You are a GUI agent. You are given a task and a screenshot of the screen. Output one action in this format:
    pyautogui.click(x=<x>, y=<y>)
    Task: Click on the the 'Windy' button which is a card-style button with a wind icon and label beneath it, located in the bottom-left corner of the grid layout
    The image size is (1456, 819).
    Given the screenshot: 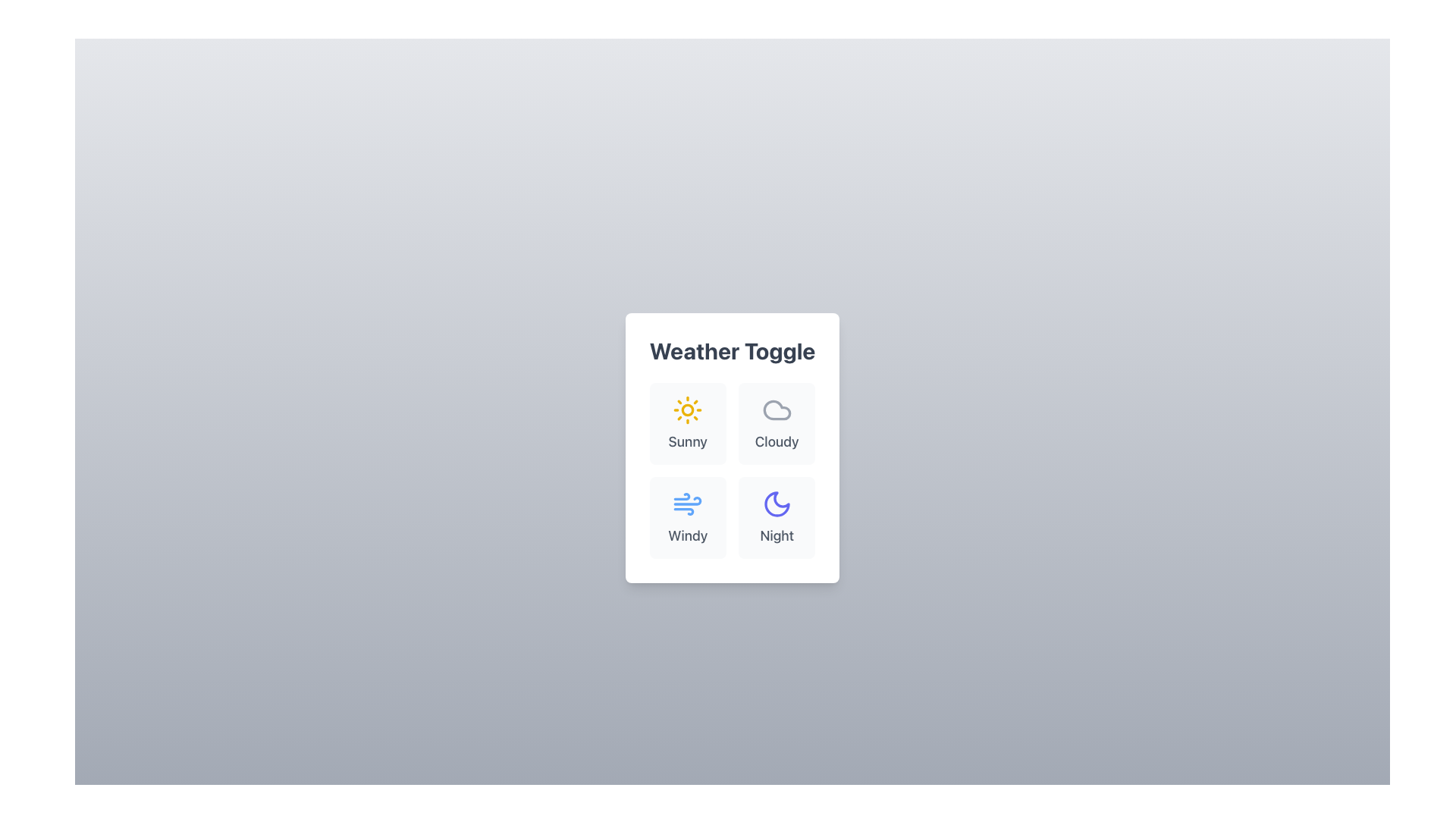 What is the action you would take?
    pyautogui.click(x=687, y=516)
    